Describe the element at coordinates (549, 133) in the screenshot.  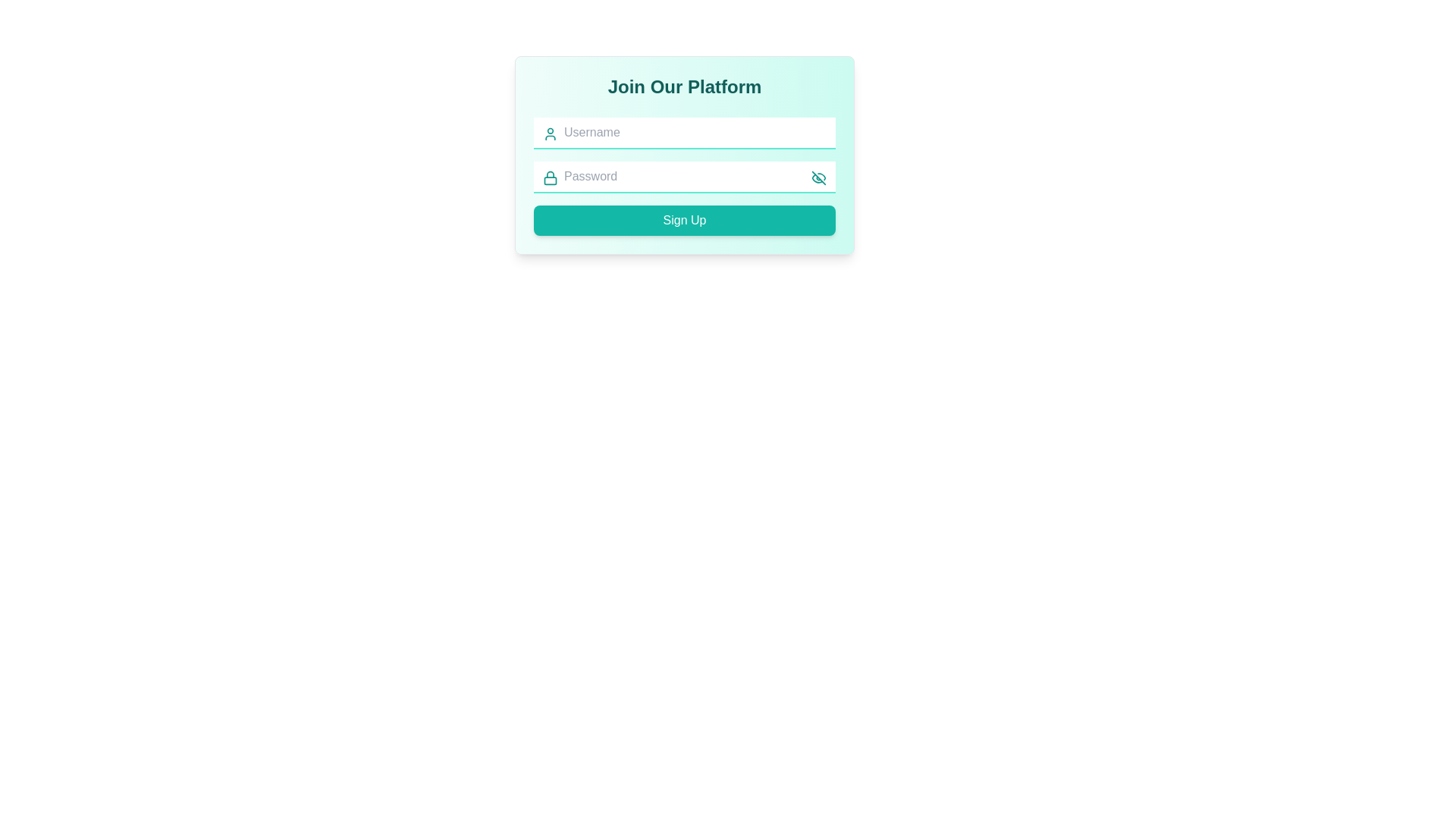
I see `the user silhouette icon located at the left edge of the username input field in the login or registration form` at that location.